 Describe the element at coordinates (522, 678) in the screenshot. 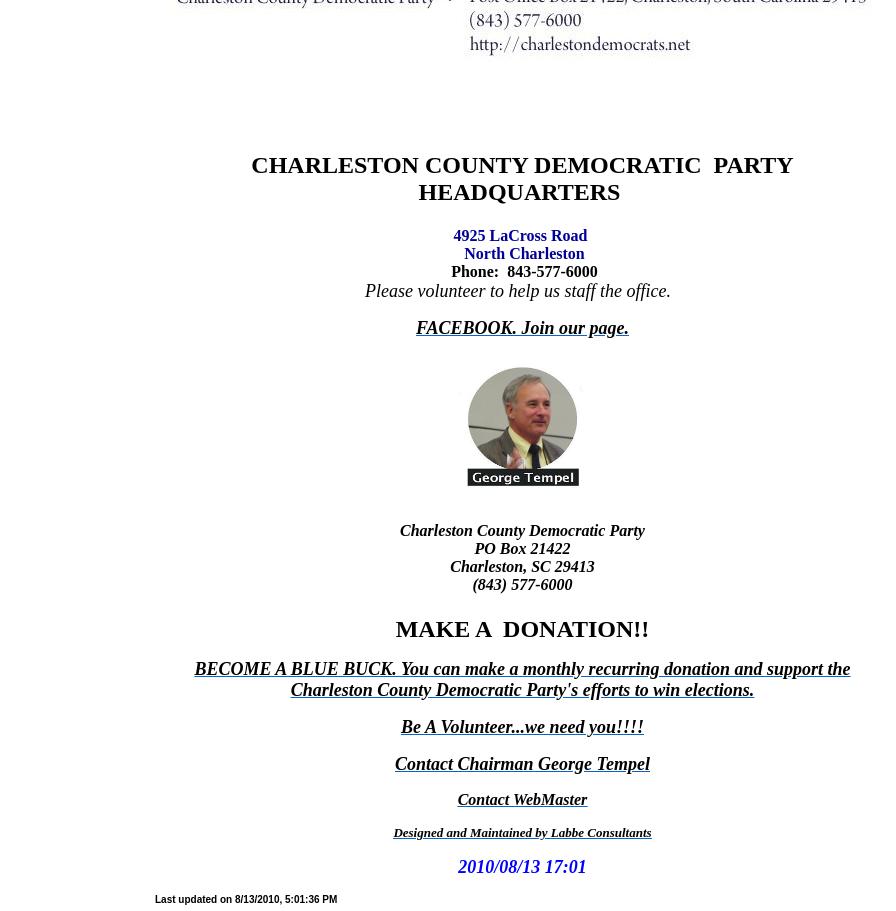

I see `'BECOME A BLUE BUCK. You can make a monthly recurring donation and support the Charleston County Democratic Party's efforts
                                       to win elections.'` at that location.